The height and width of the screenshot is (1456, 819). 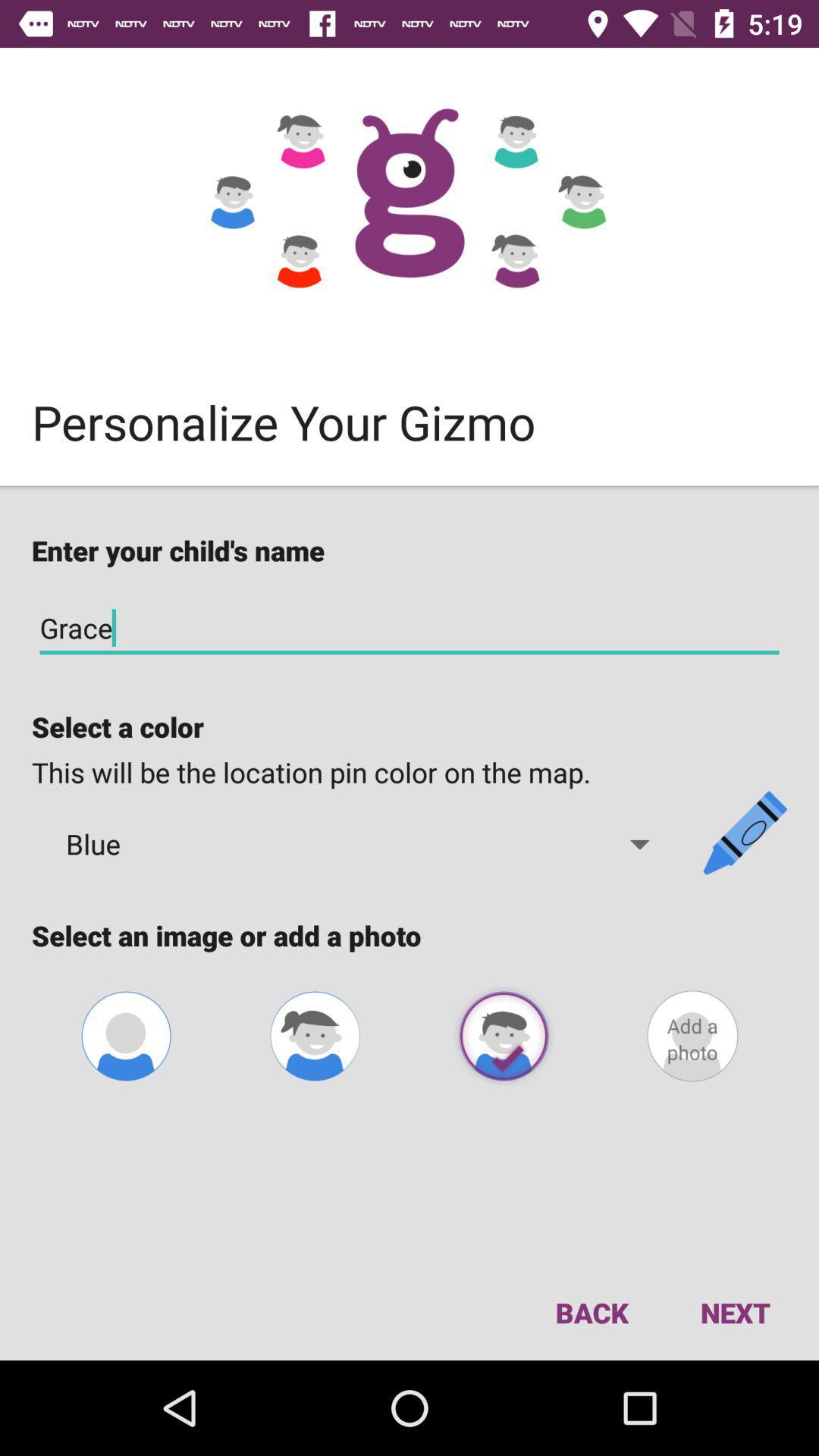 What do you see at coordinates (692, 1035) in the screenshot?
I see `a photo` at bounding box center [692, 1035].